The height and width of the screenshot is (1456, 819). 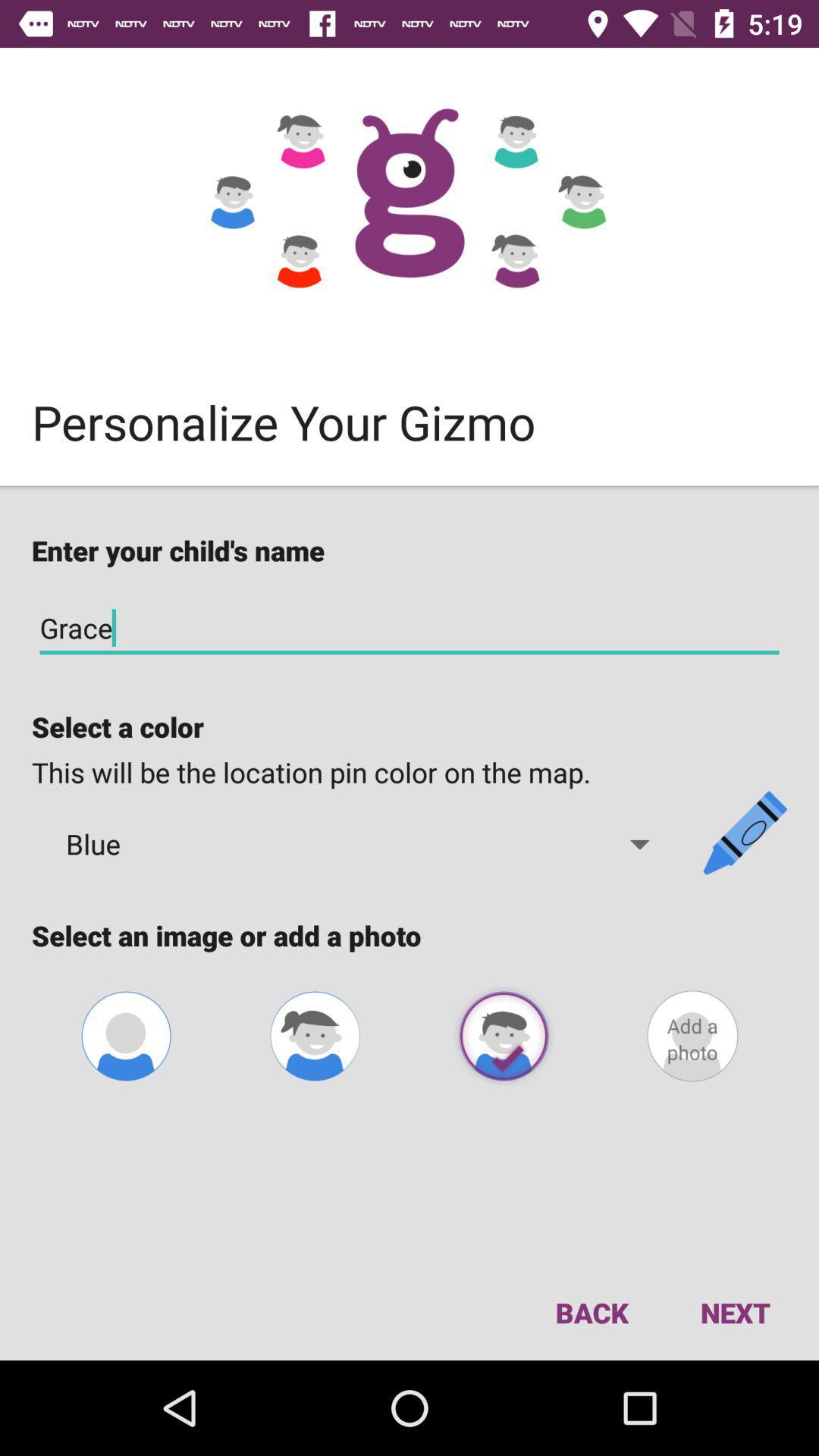 What do you see at coordinates (692, 1035) in the screenshot?
I see `a photo` at bounding box center [692, 1035].